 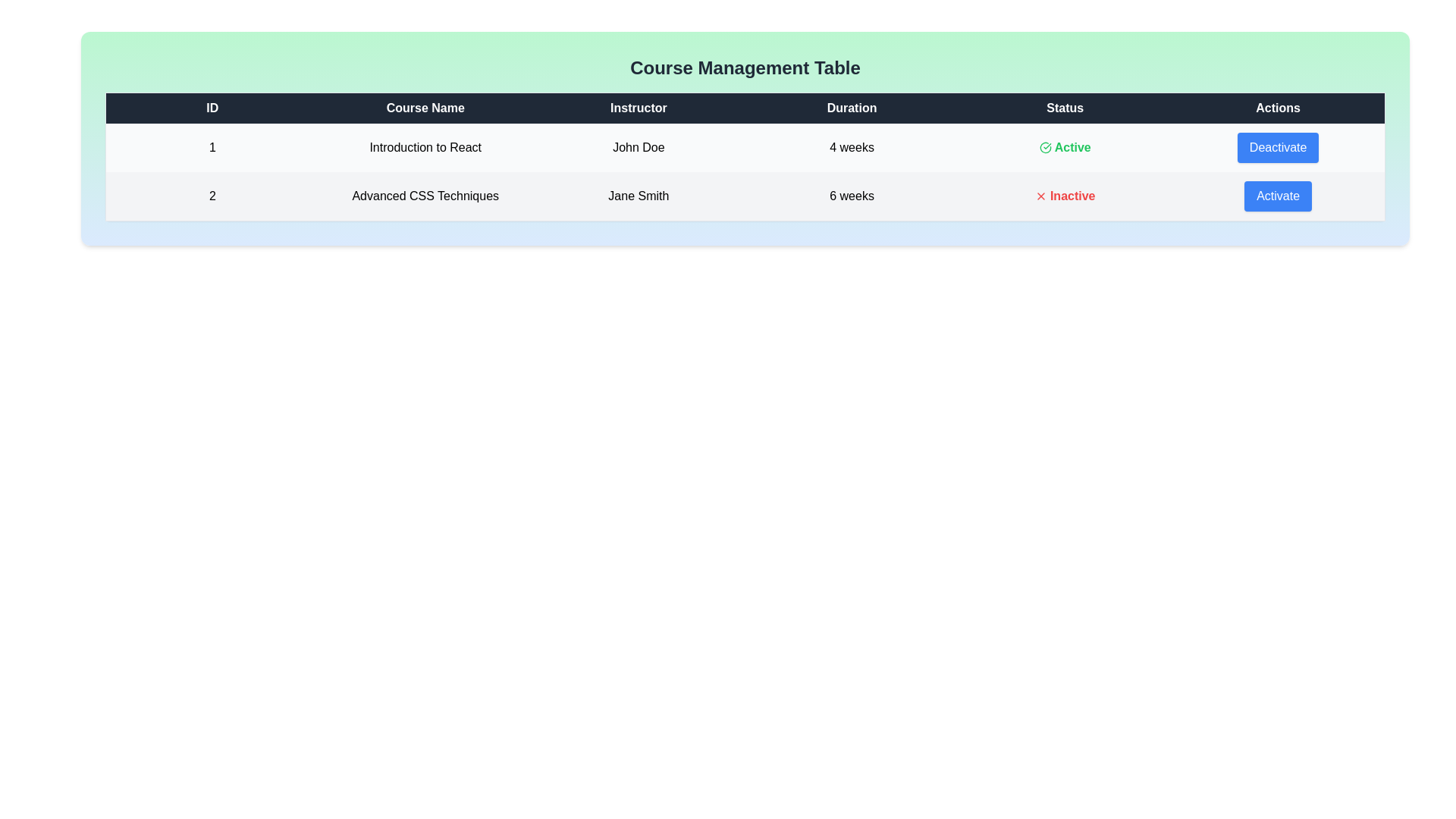 I want to click on the text display representing the instructor's name for the 'Advanced CSS Techniques' course, which is the third column entry in the second row of the course table, so click(x=639, y=196).